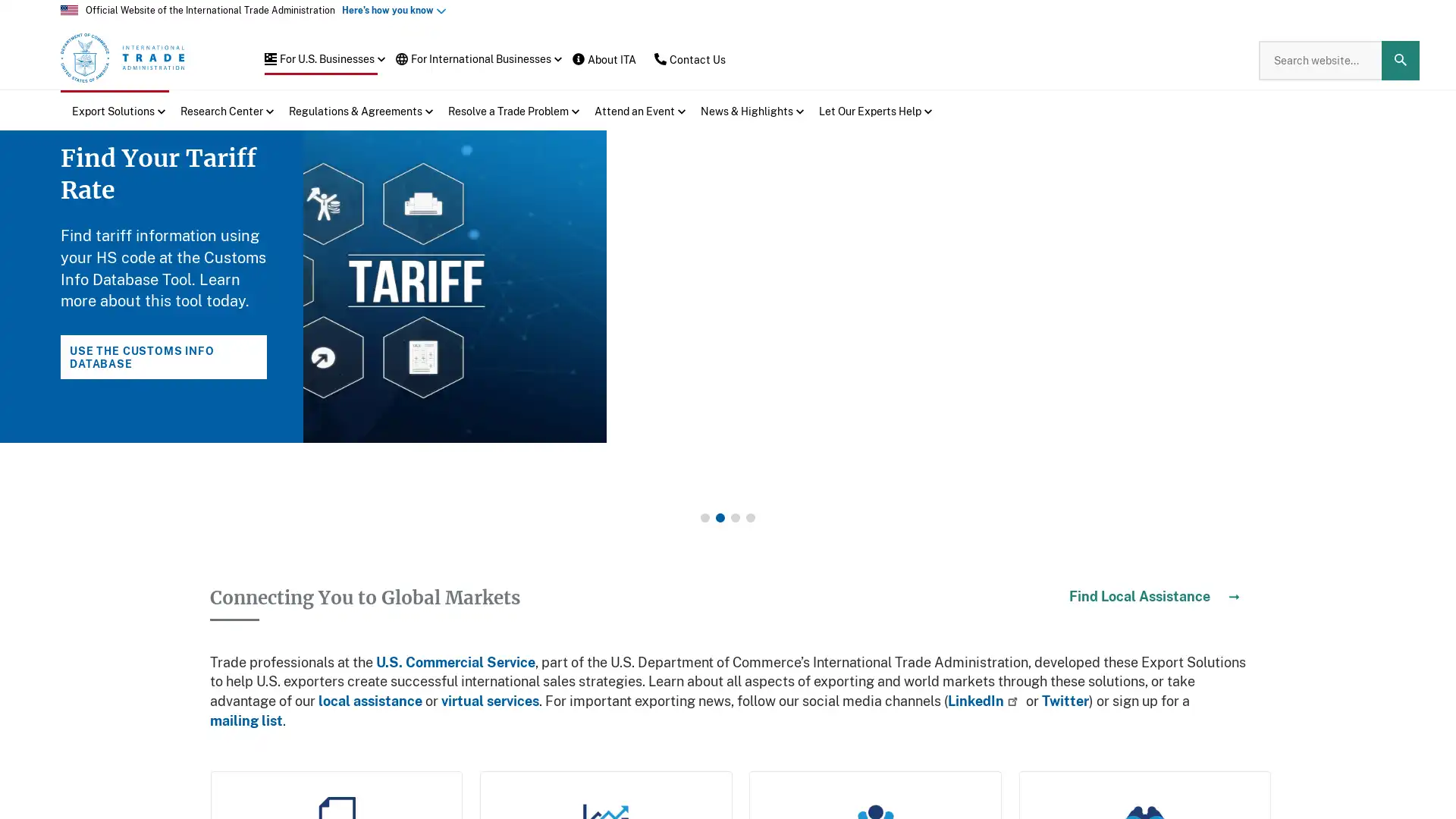  I want to click on Contact Us, so click(688, 58).